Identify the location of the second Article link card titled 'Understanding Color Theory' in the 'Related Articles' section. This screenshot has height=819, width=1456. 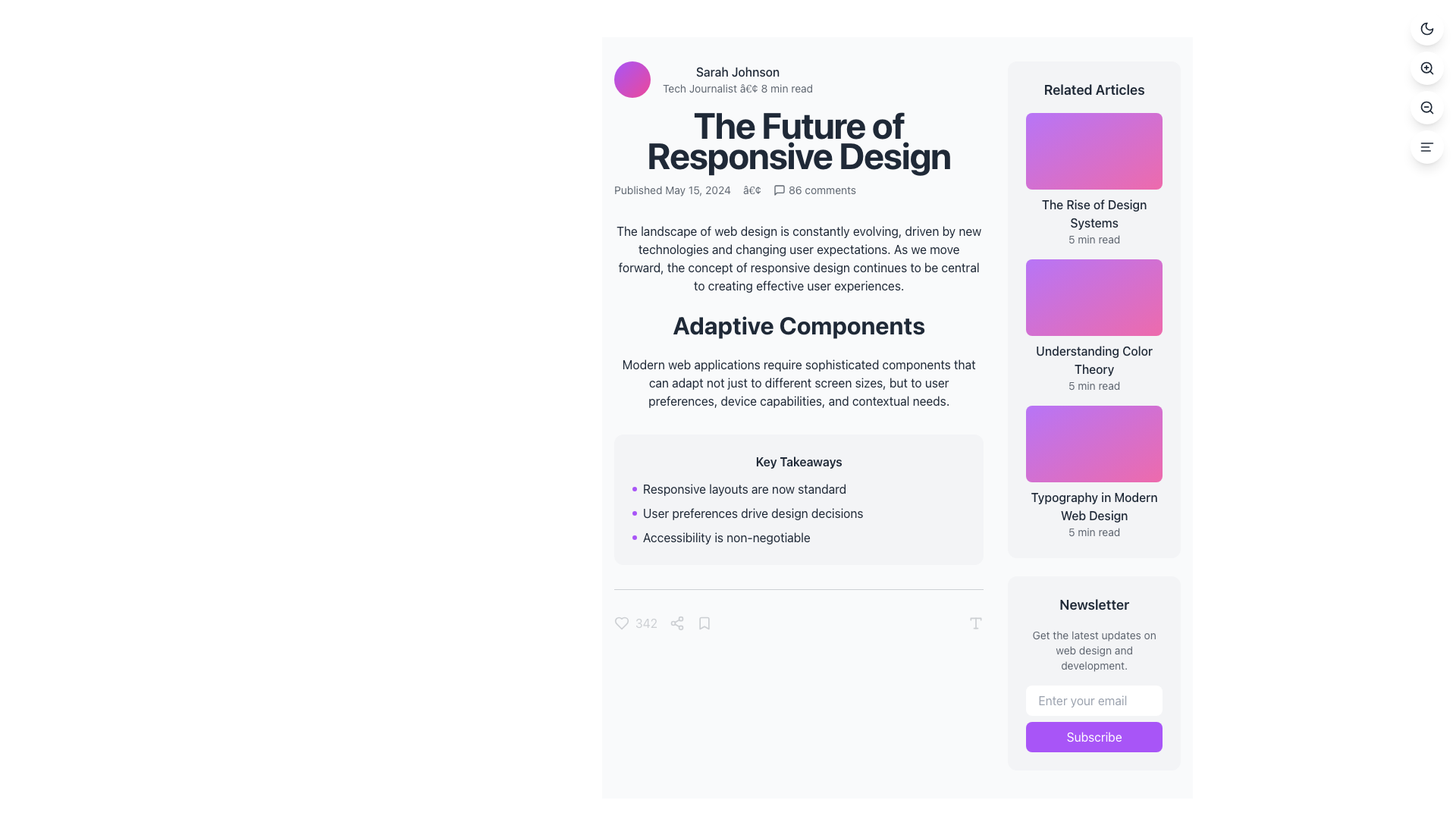
(1094, 325).